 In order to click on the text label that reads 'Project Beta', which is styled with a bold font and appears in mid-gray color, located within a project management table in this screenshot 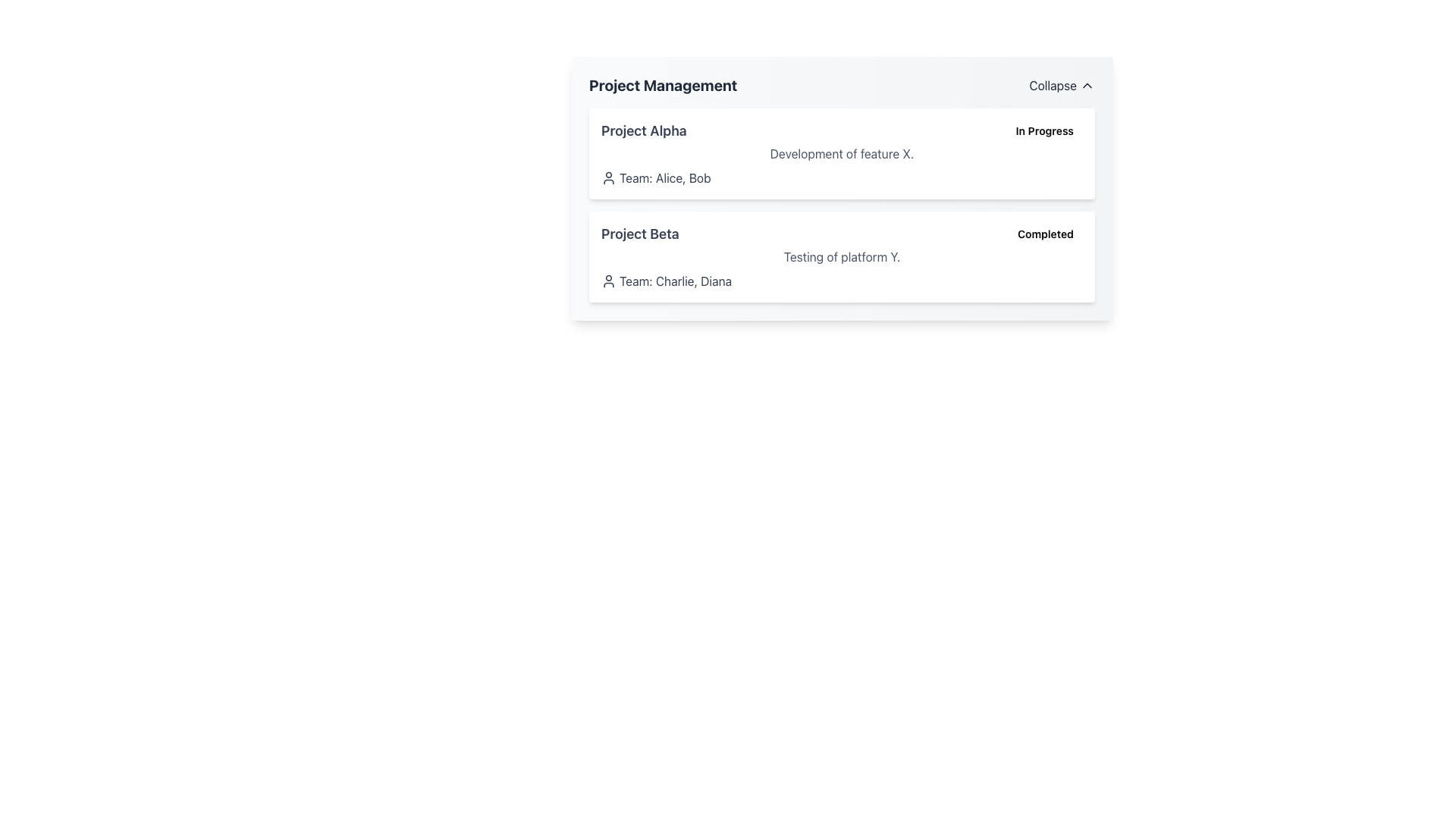, I will do `click(640, 234)`.